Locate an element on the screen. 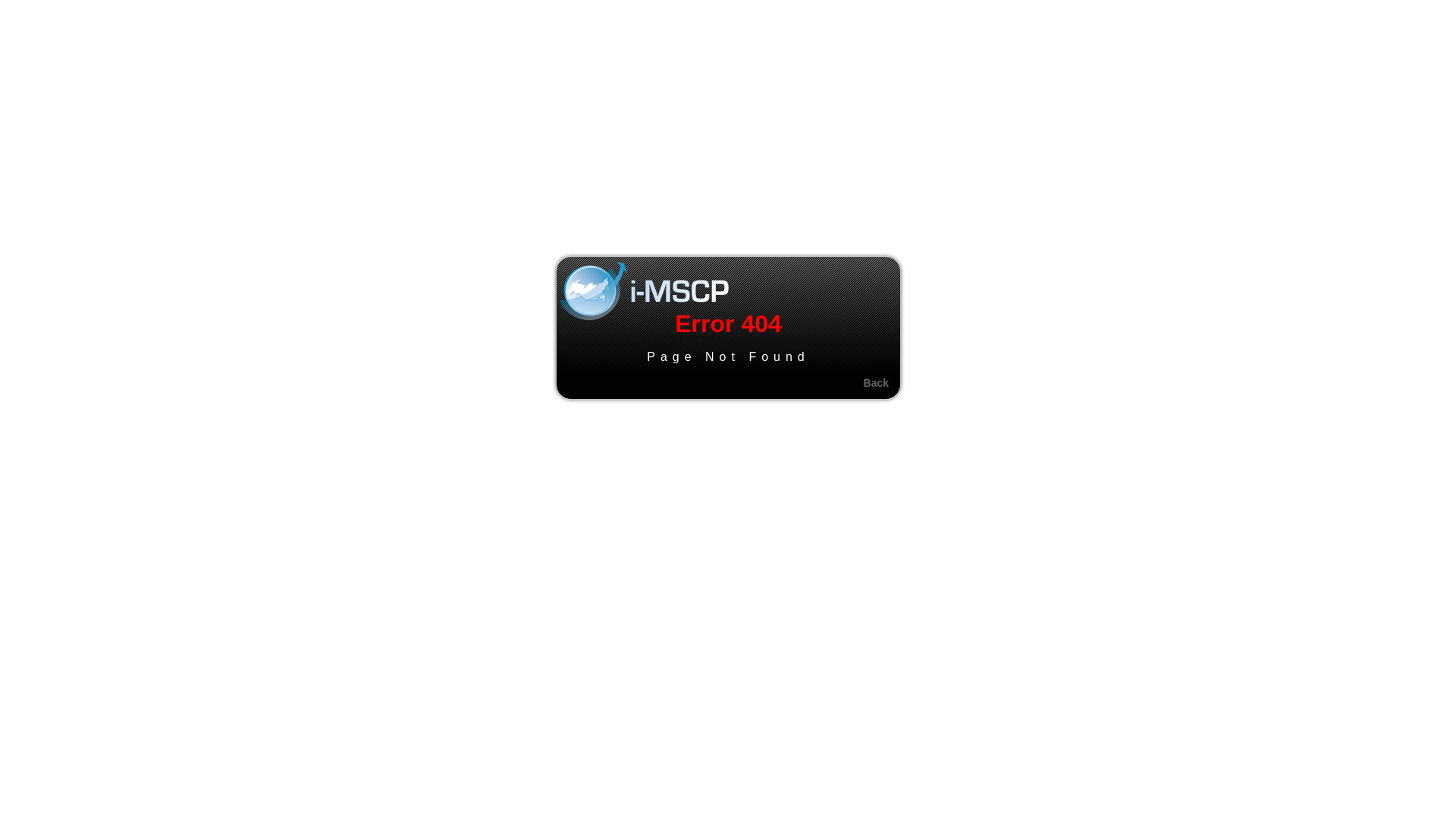  'Back' is located at coordinates (876, 382).